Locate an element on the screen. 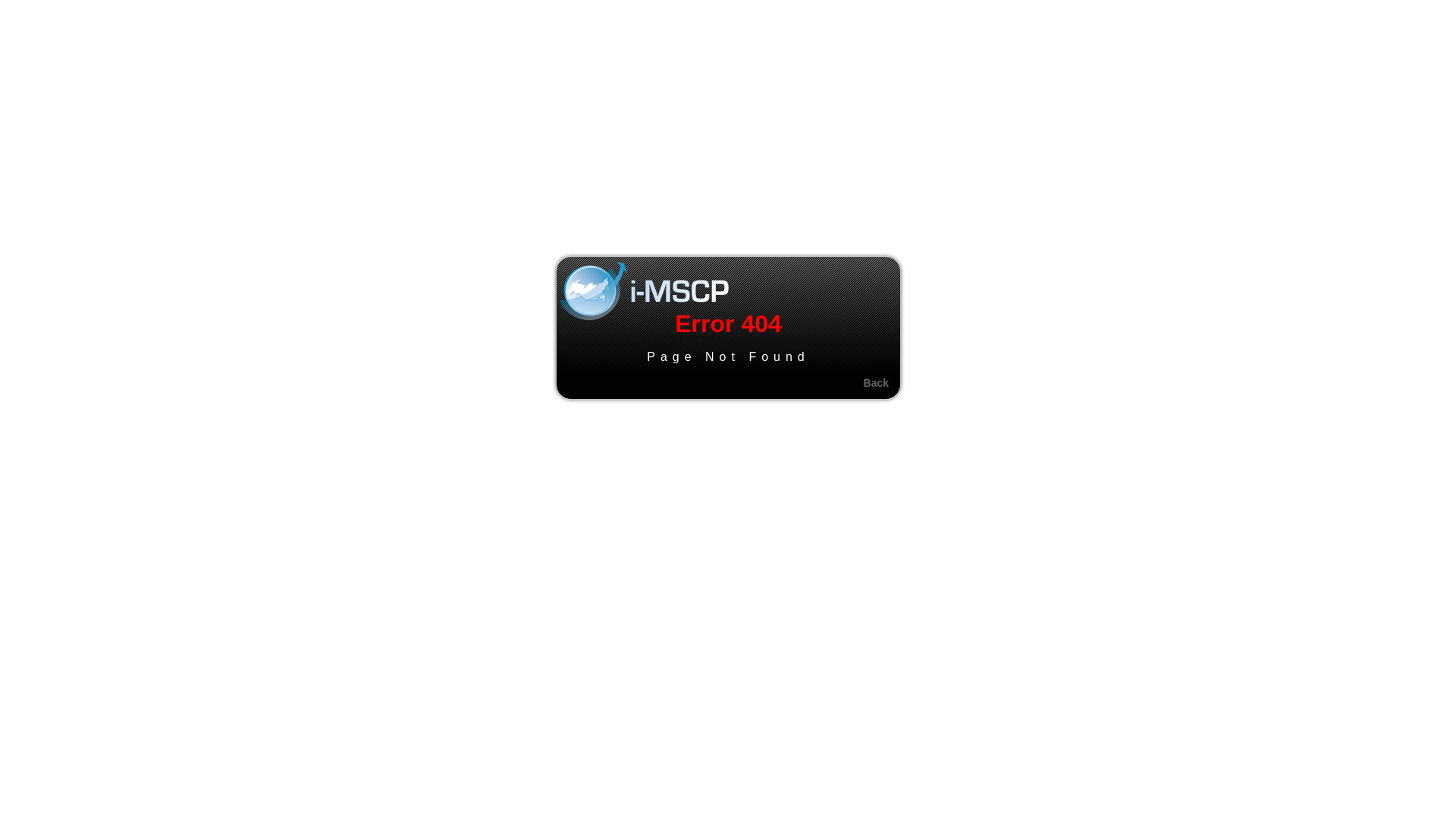  'Back' is located at coordinates (876, 382).